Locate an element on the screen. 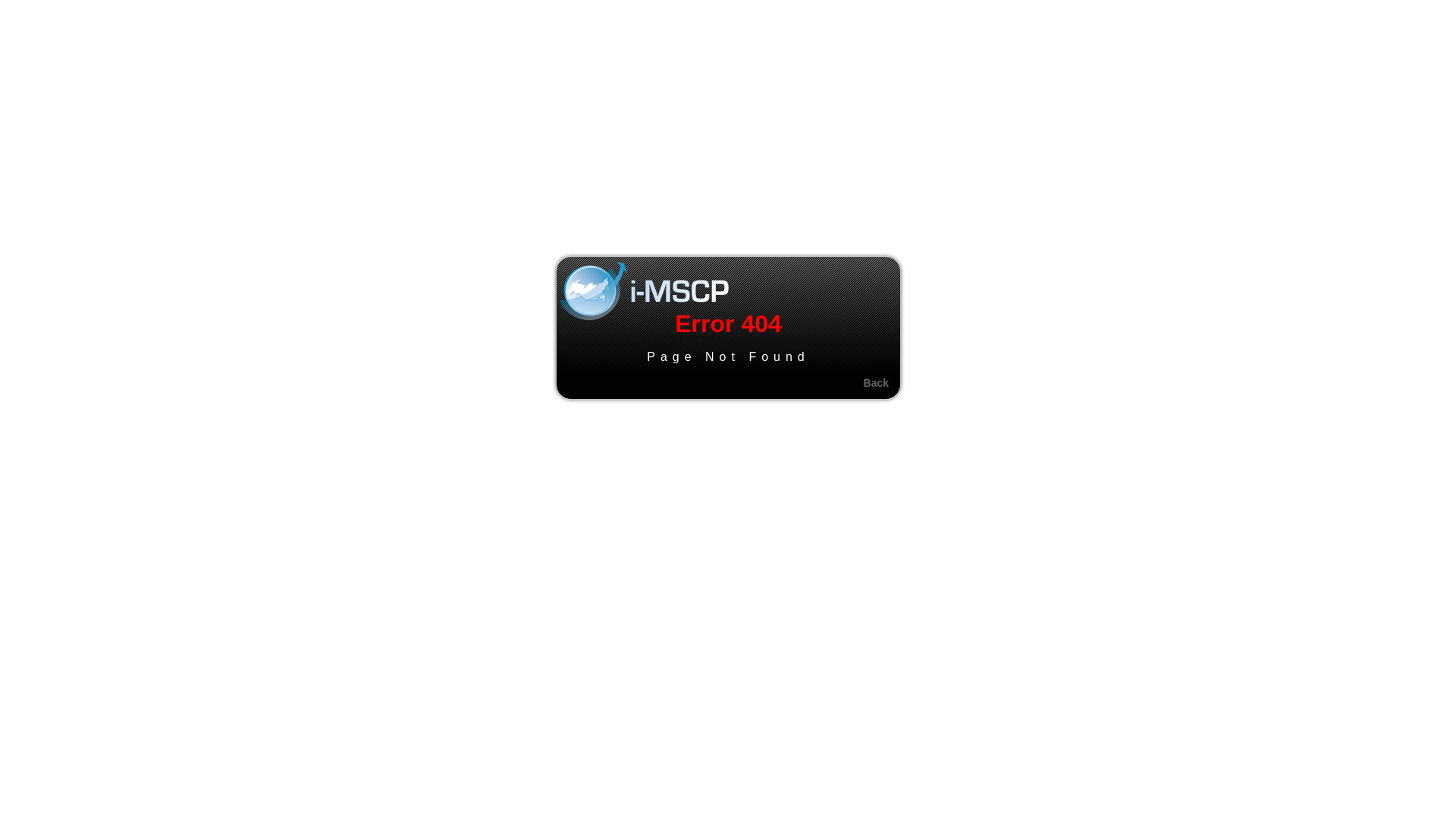  'Back' is located at coordinates (876, 382).